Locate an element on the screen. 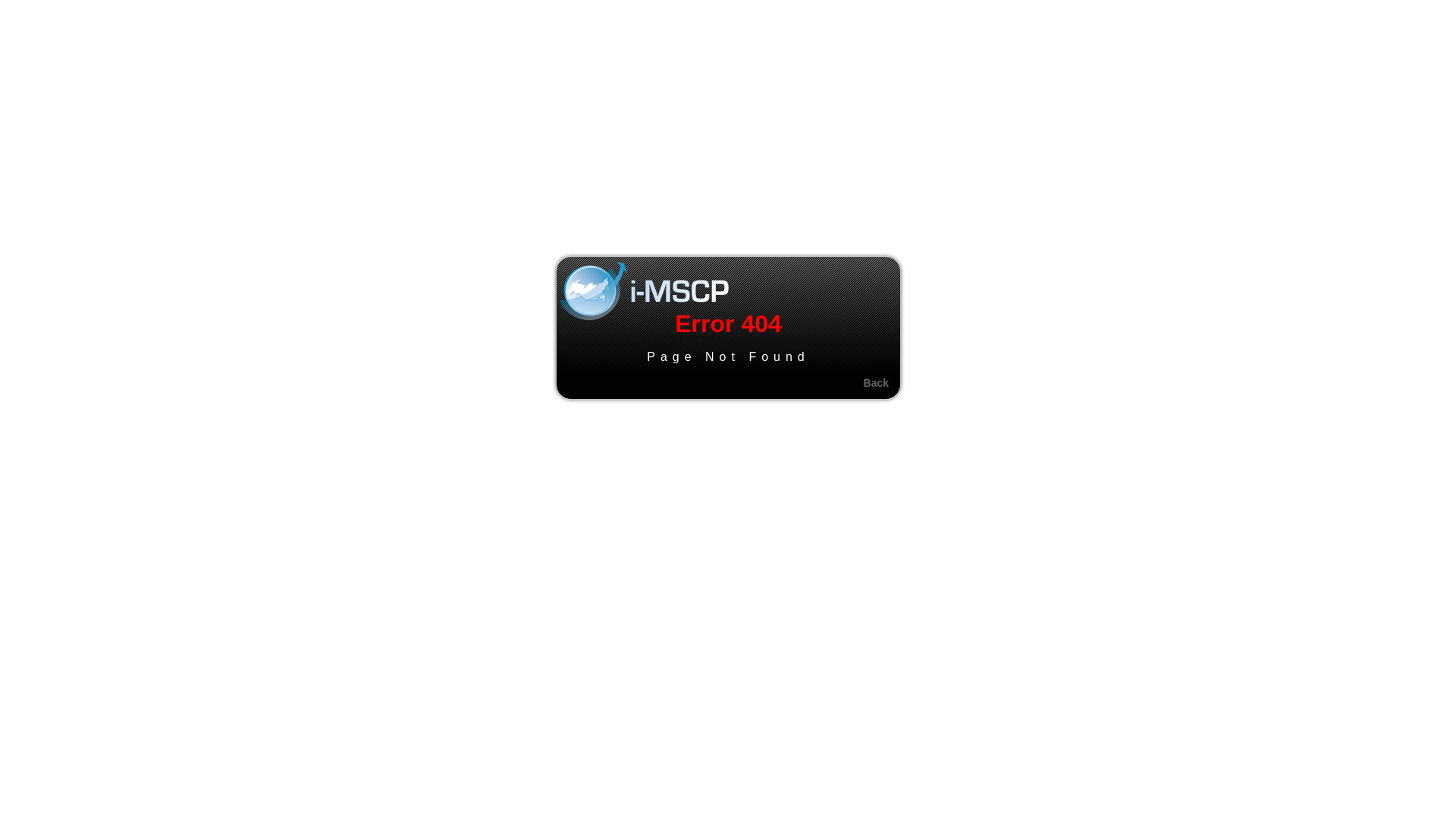  'Back' is located at coordinates (876, 382).